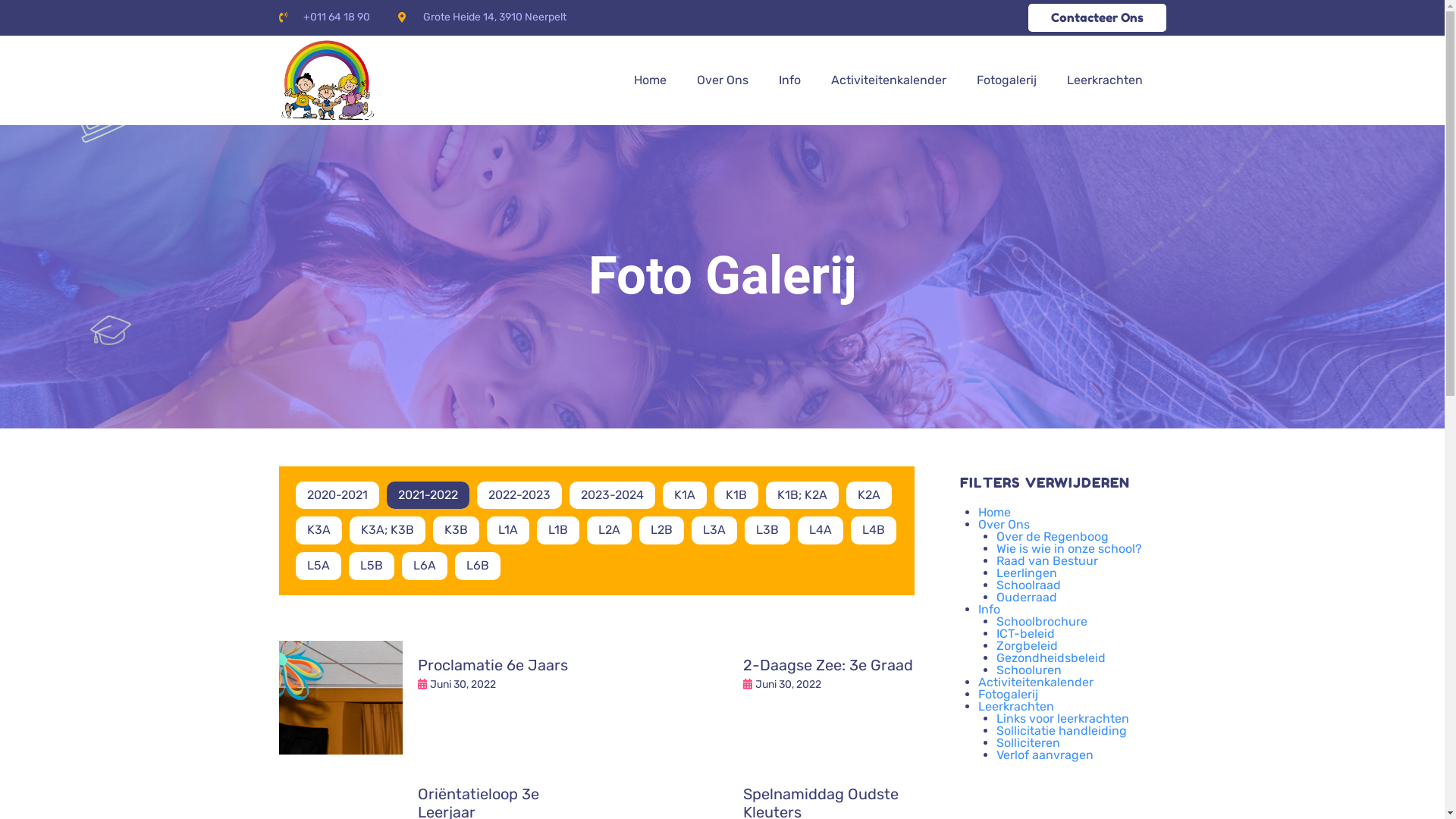  Describe the element at coordinates (888, 80) in the screenshot. I see `'Activiteitenkalender'` at that location.